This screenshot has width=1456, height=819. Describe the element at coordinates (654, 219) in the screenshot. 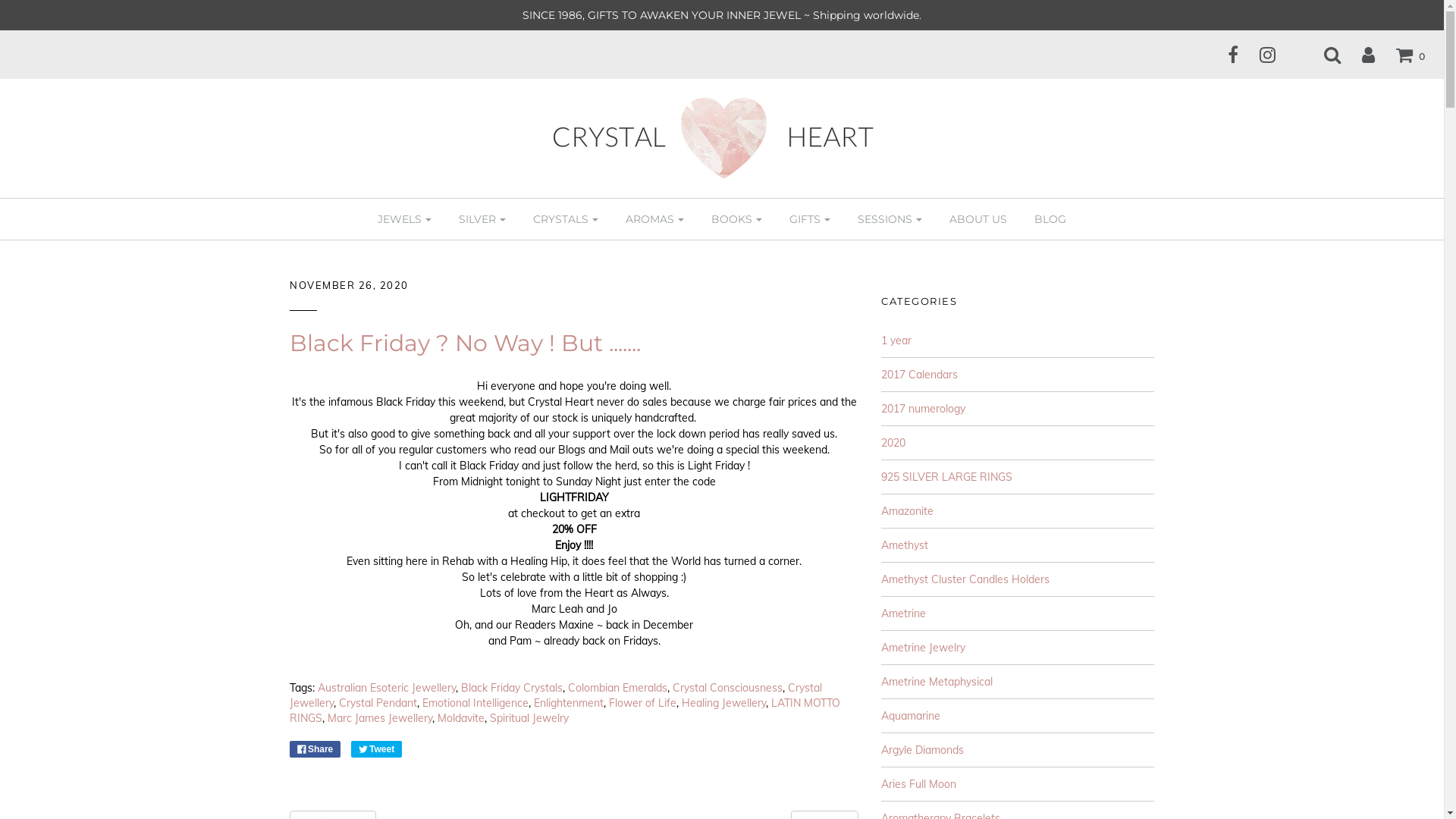

I see `'AROMAS'` at that location.